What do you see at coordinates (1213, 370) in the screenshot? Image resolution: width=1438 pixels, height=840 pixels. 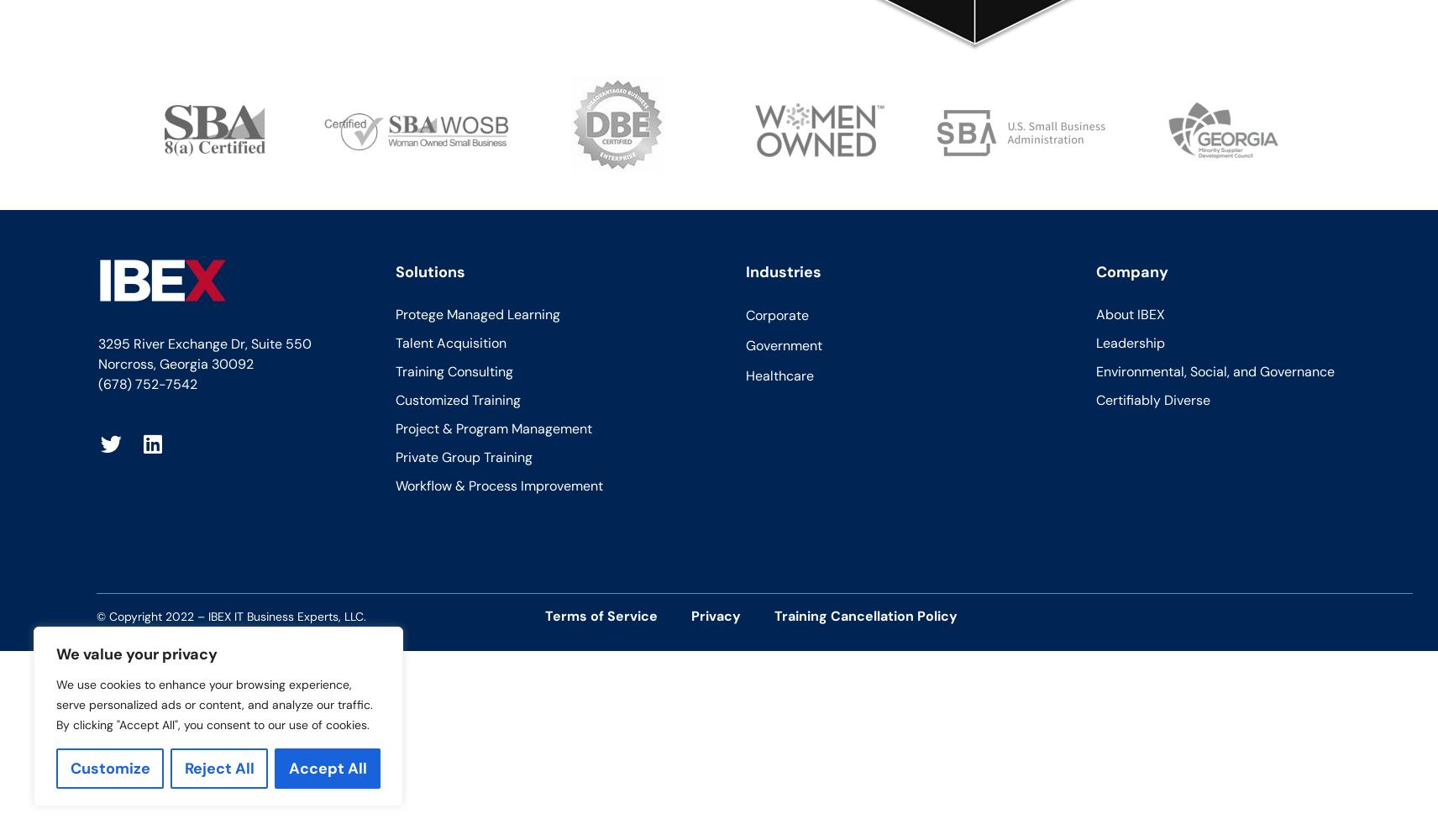 I see `'Environmental, Social, and Governance'` at bounding box center [1213, 370].